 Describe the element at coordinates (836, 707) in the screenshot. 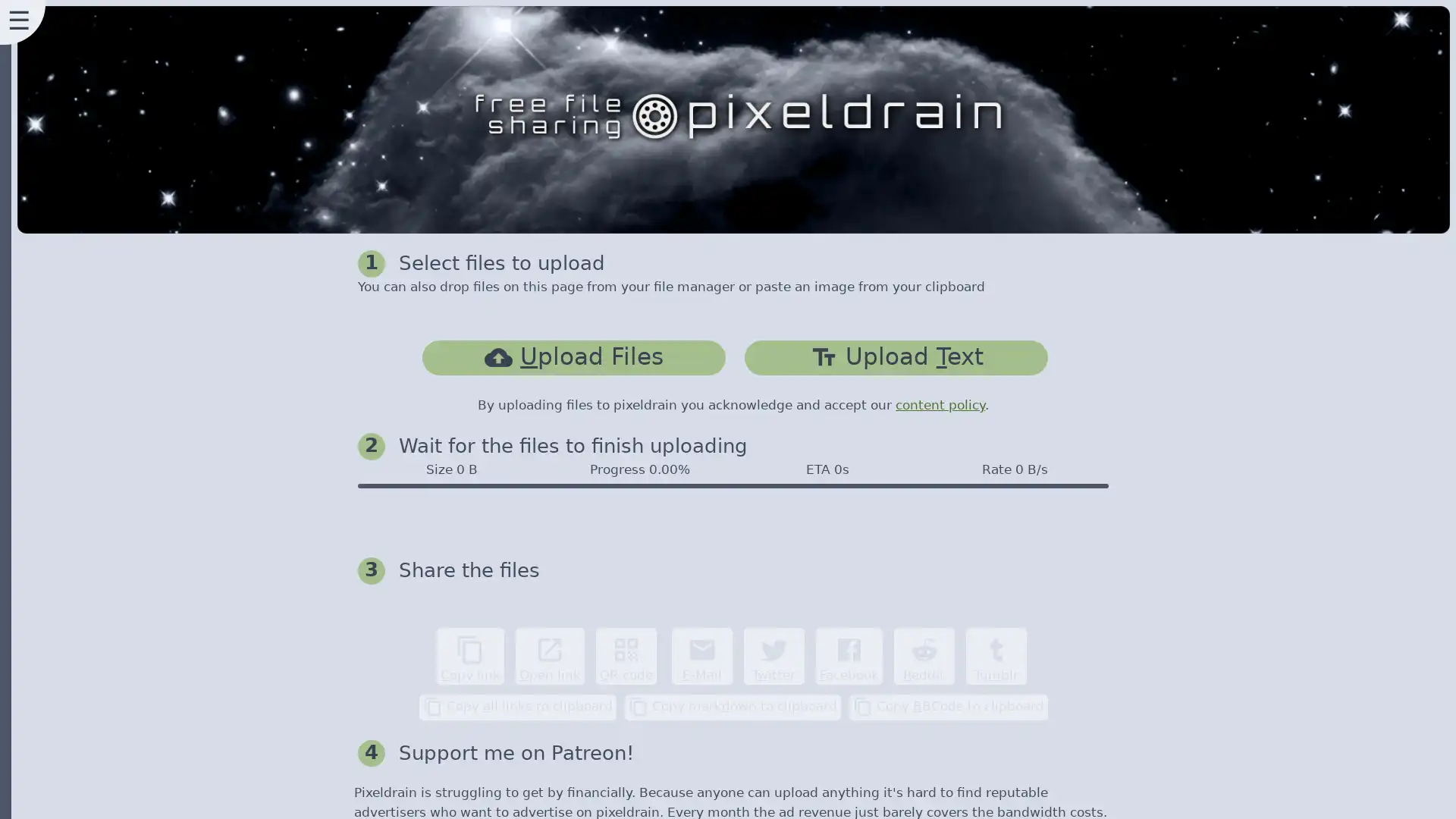

I see `content_copy Copy markdown to clipboard` at that location.